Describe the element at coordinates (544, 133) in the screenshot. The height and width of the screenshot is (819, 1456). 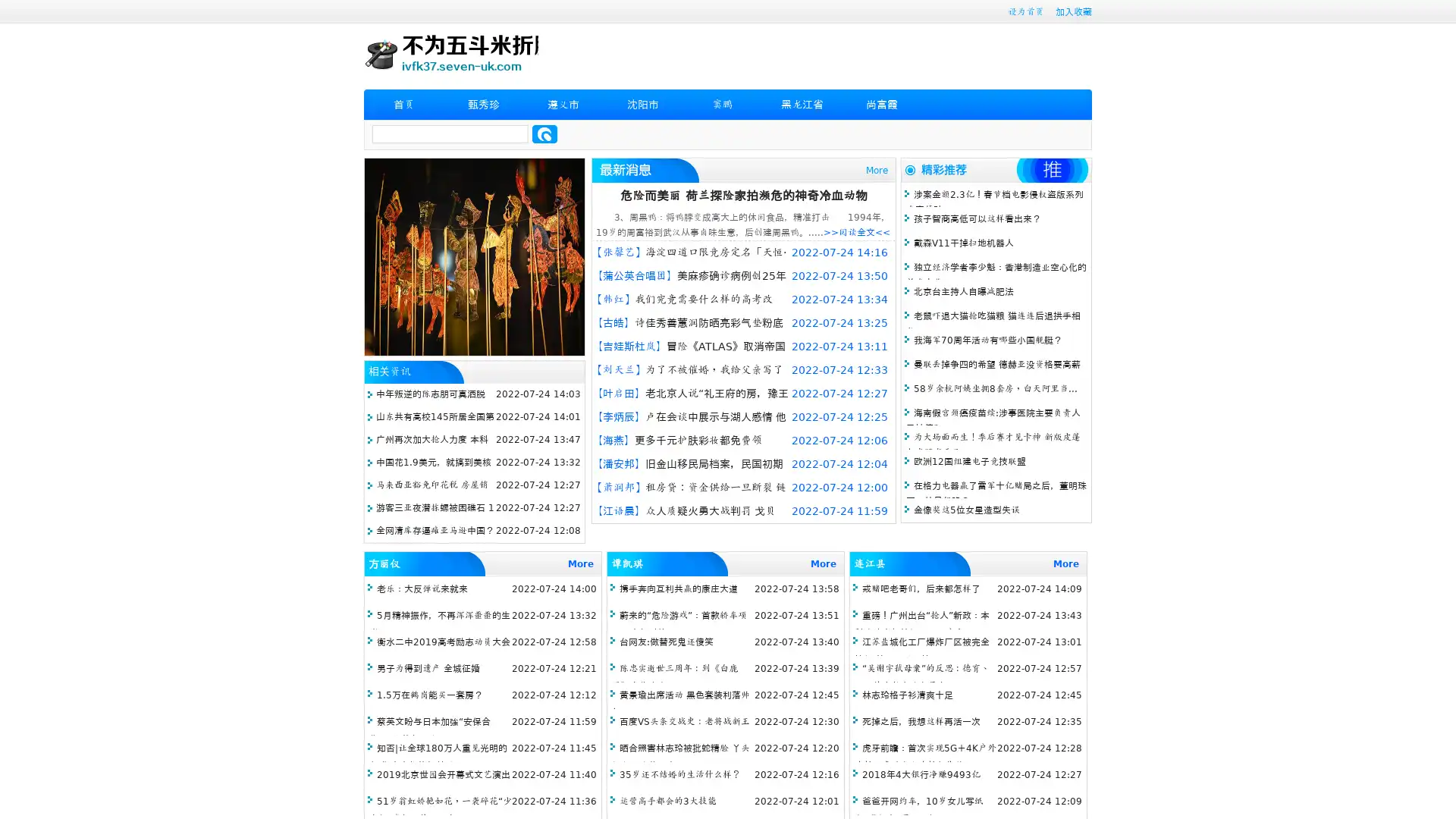
I see `Search` at that location.